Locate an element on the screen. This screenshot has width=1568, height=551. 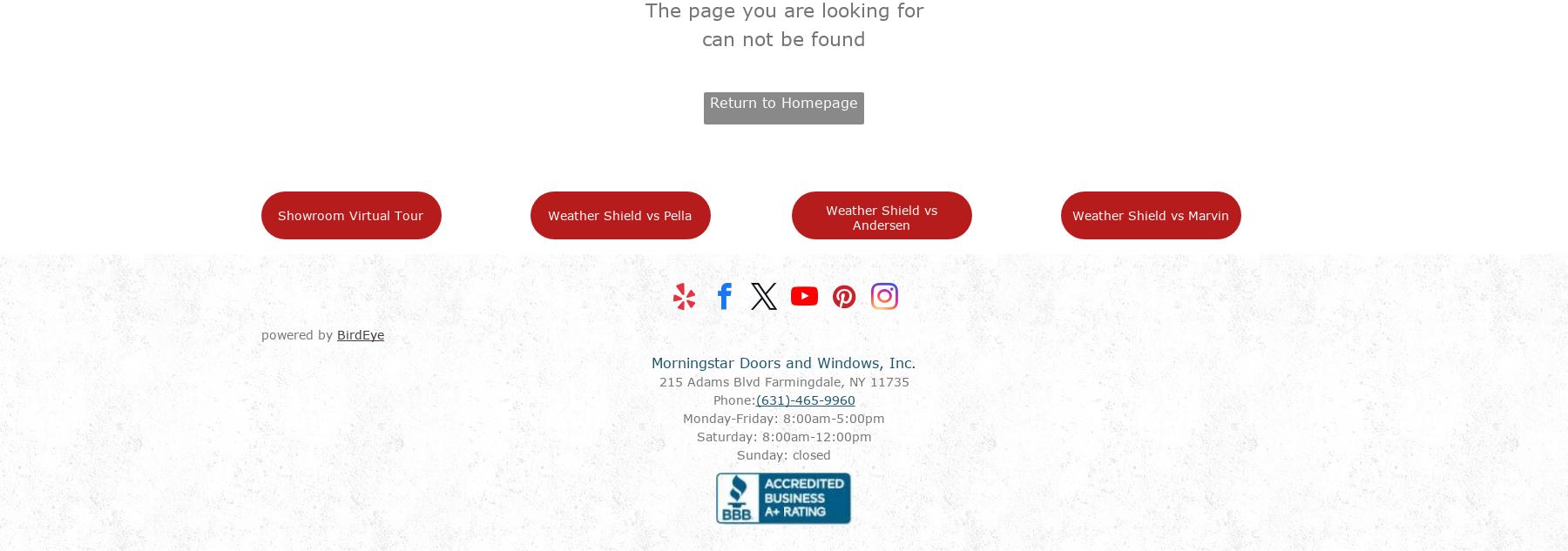
'Marvin vs Weather Shield' is located at coordinates (618, 40).